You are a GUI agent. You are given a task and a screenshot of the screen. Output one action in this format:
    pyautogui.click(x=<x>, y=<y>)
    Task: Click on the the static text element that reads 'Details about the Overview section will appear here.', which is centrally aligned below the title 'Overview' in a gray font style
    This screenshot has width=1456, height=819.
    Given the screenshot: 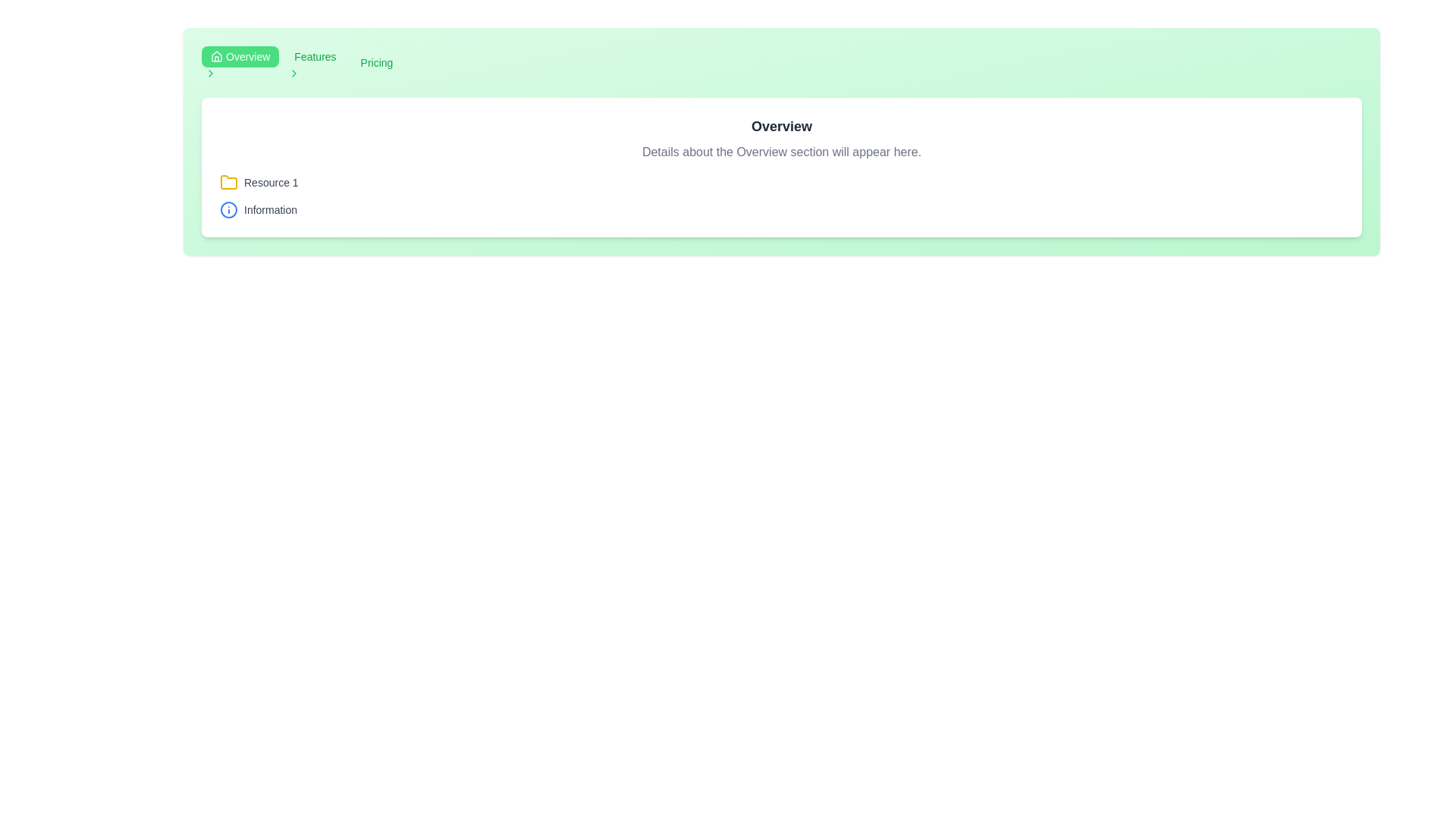 What is the action you would take?
    pyautogui.click(x=782, y=152)
    